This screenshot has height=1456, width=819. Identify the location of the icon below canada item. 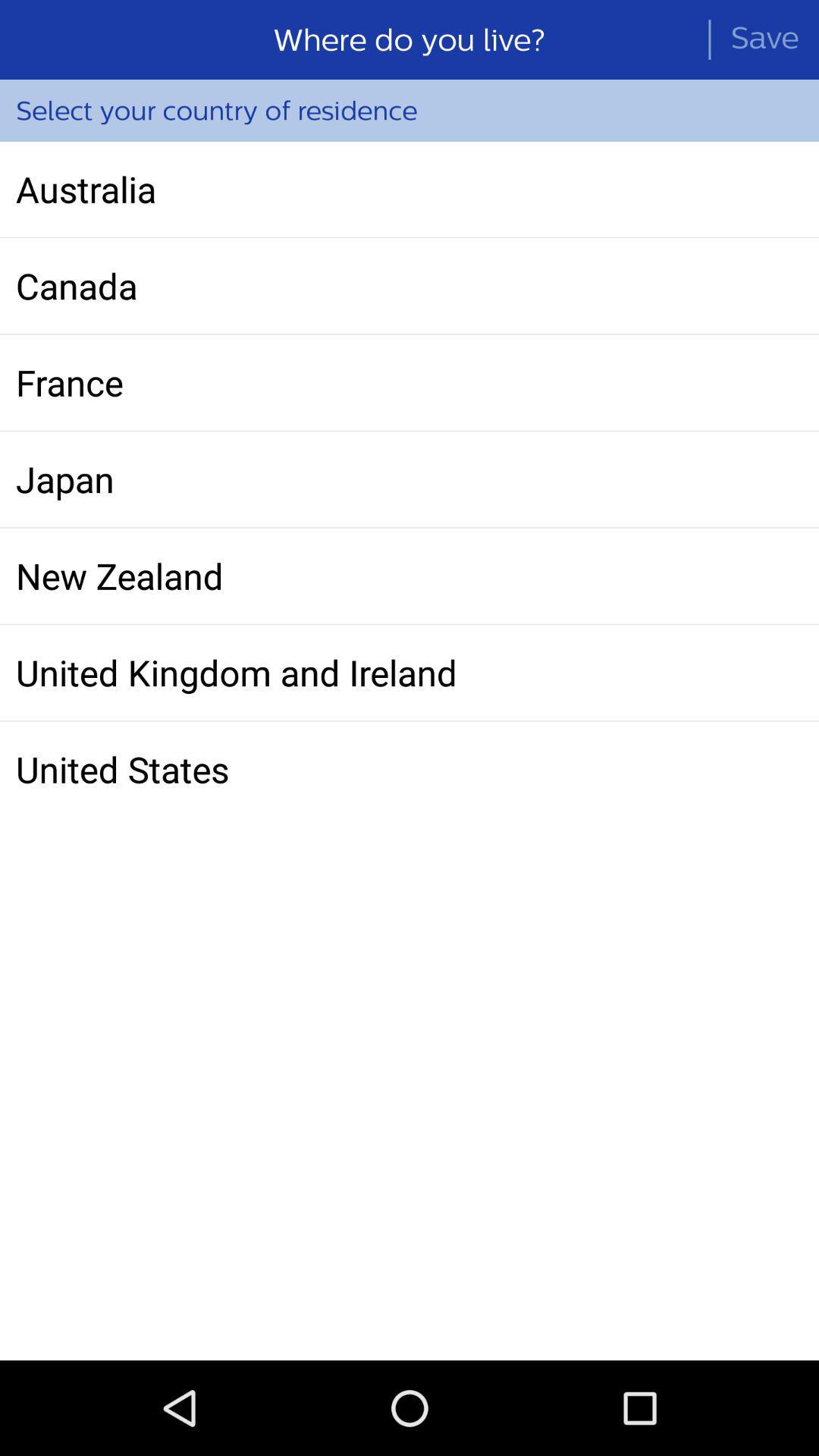
(409, 382).